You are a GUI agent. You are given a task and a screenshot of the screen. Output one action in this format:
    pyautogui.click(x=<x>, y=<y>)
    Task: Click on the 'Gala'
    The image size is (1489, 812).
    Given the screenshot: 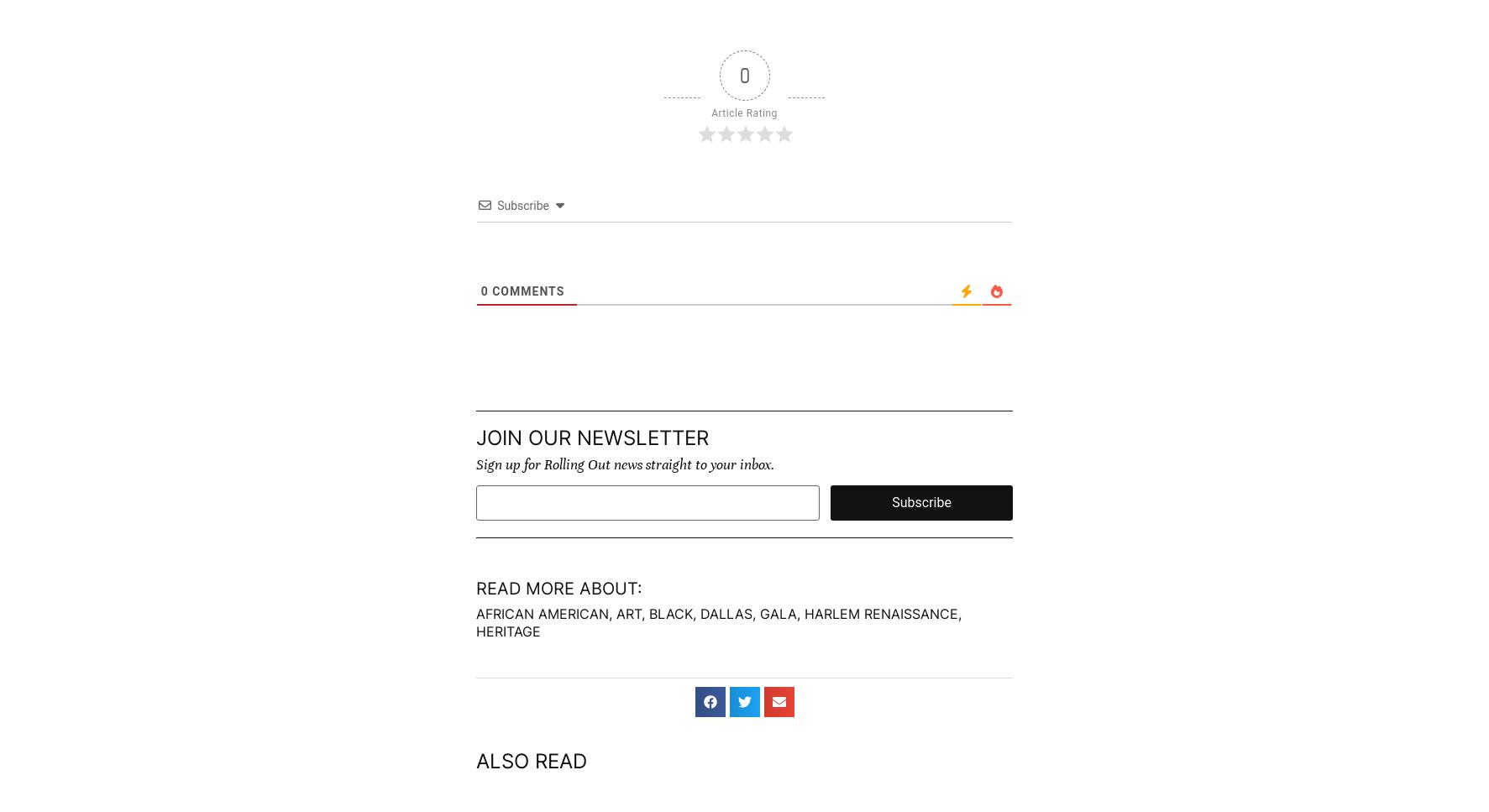 What is the action you would take?
    pyautogui.click(x=778, y=611)
    